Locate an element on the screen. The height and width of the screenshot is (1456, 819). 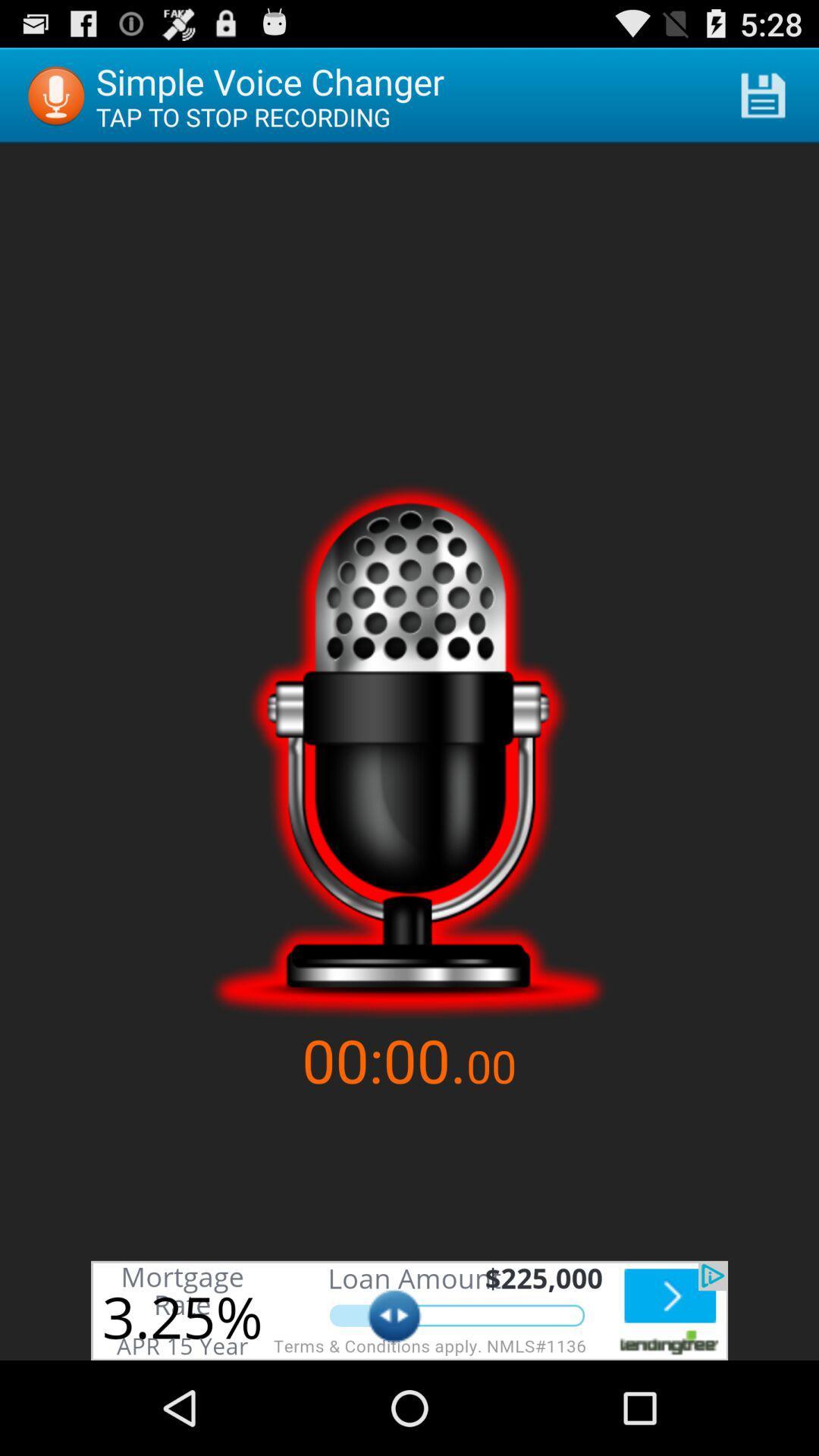
fair ward is located at coordinates (409, 1310).